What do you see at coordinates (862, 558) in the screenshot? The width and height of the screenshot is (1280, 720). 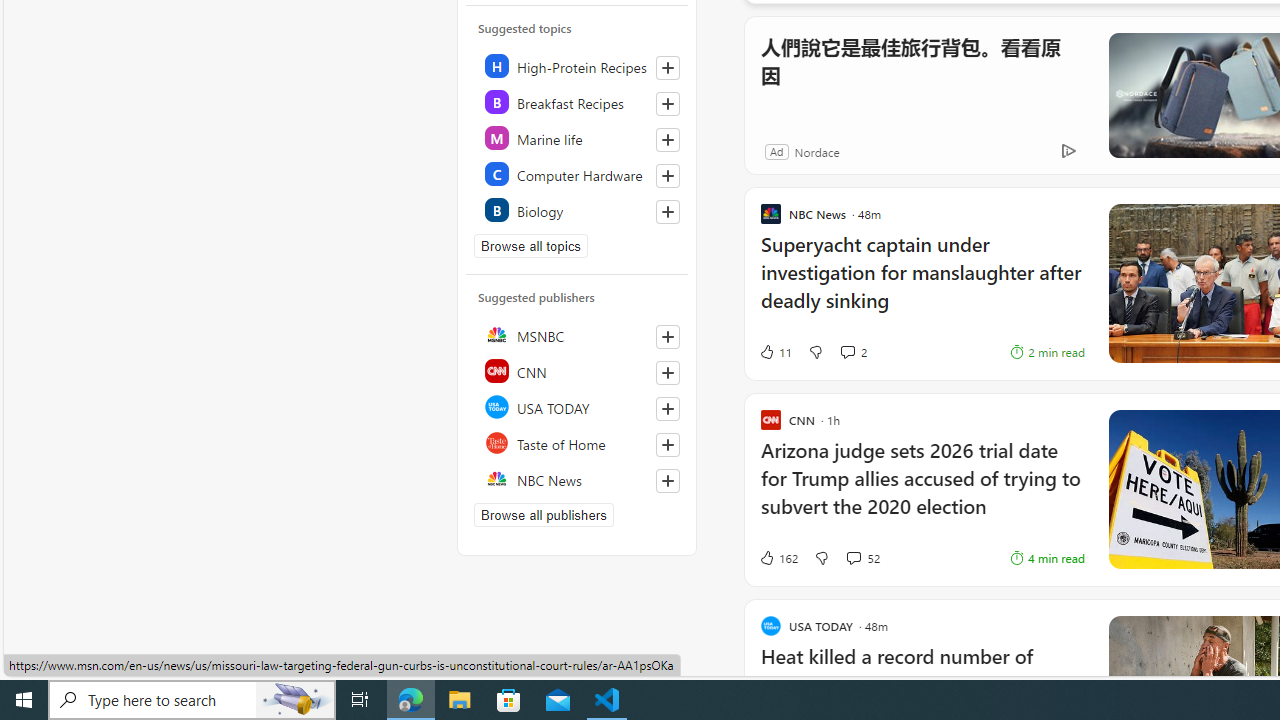 I see `'View comments 52 Comment'` at bounding box center [862, 558].